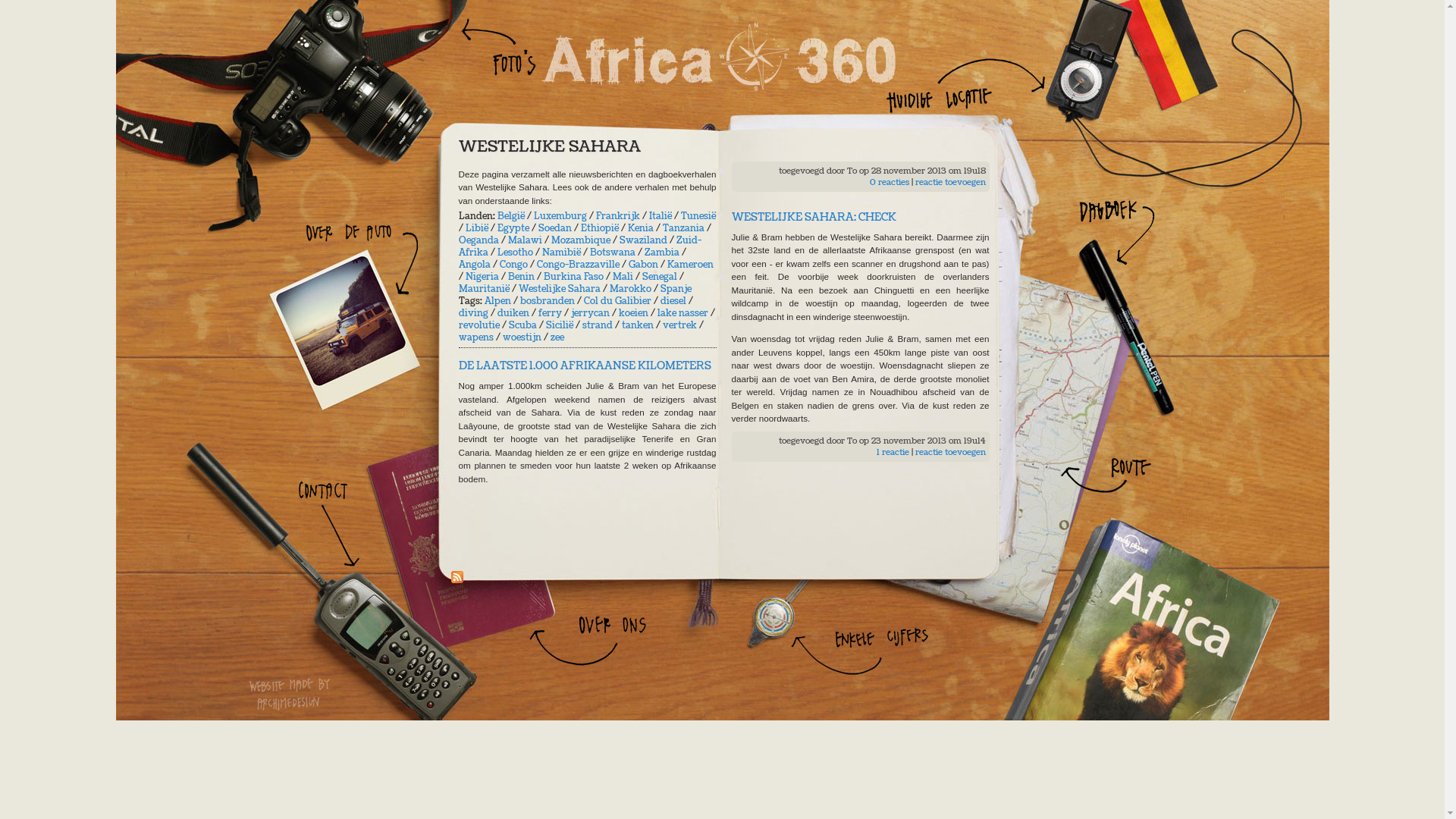  I want to click on 'Gabon', so click(642, 263).